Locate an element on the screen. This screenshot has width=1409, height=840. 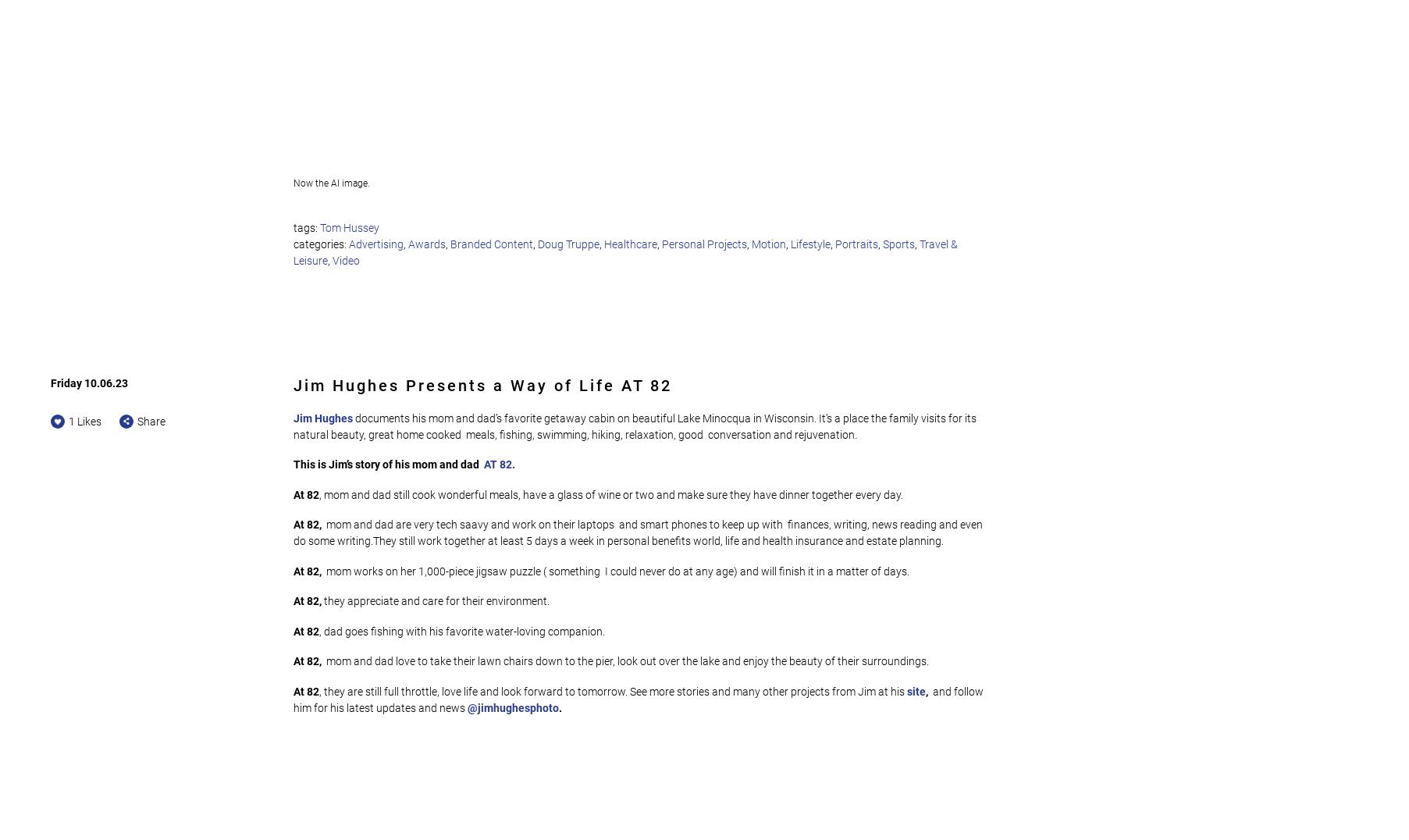
'Portraits' is located at coordinates (835, 243).